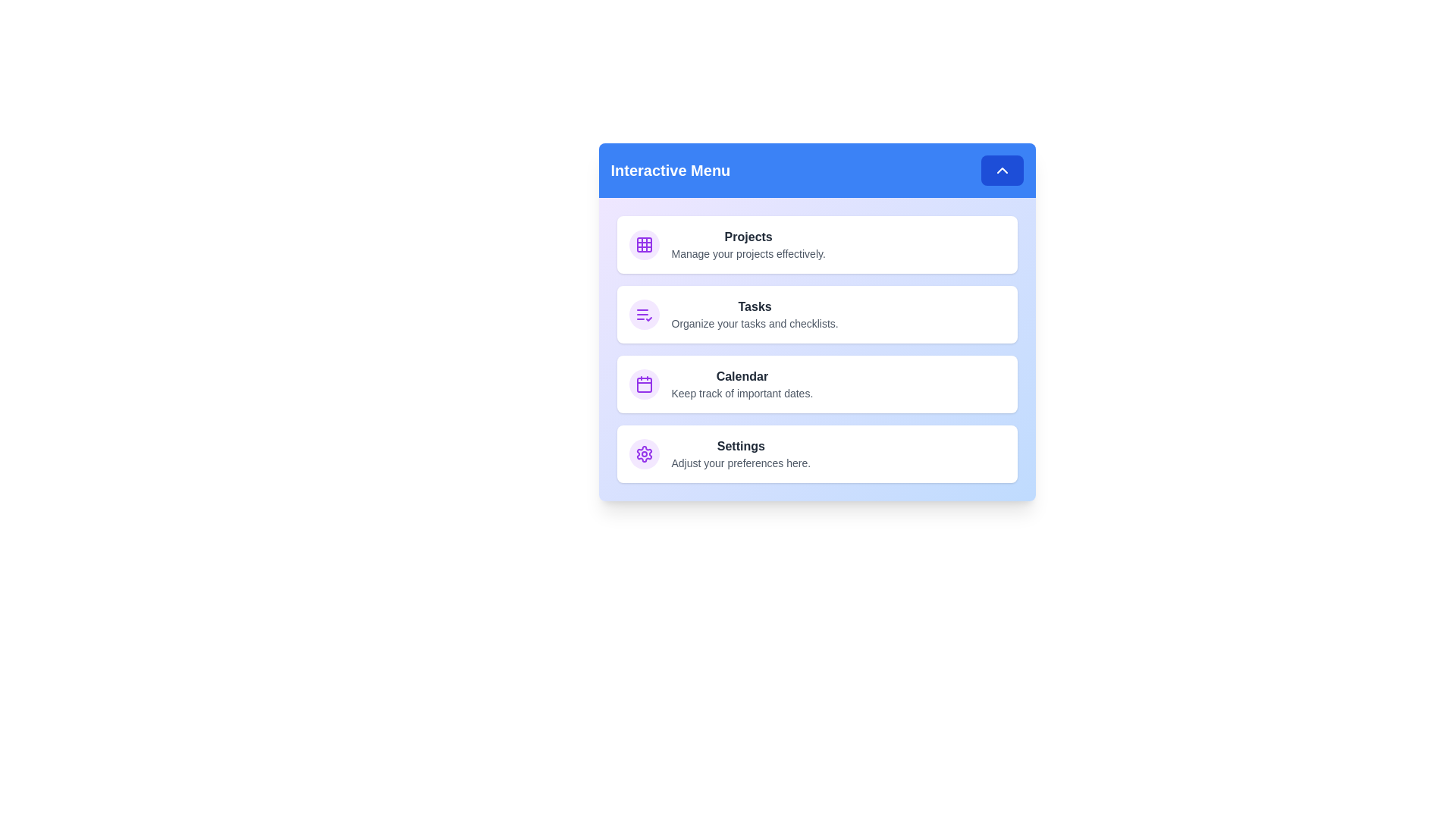 Image resolution: width=1456 pixels, height=819 pixels. I want to click on the menu item corresponding to Calendar, so click(816, 383).